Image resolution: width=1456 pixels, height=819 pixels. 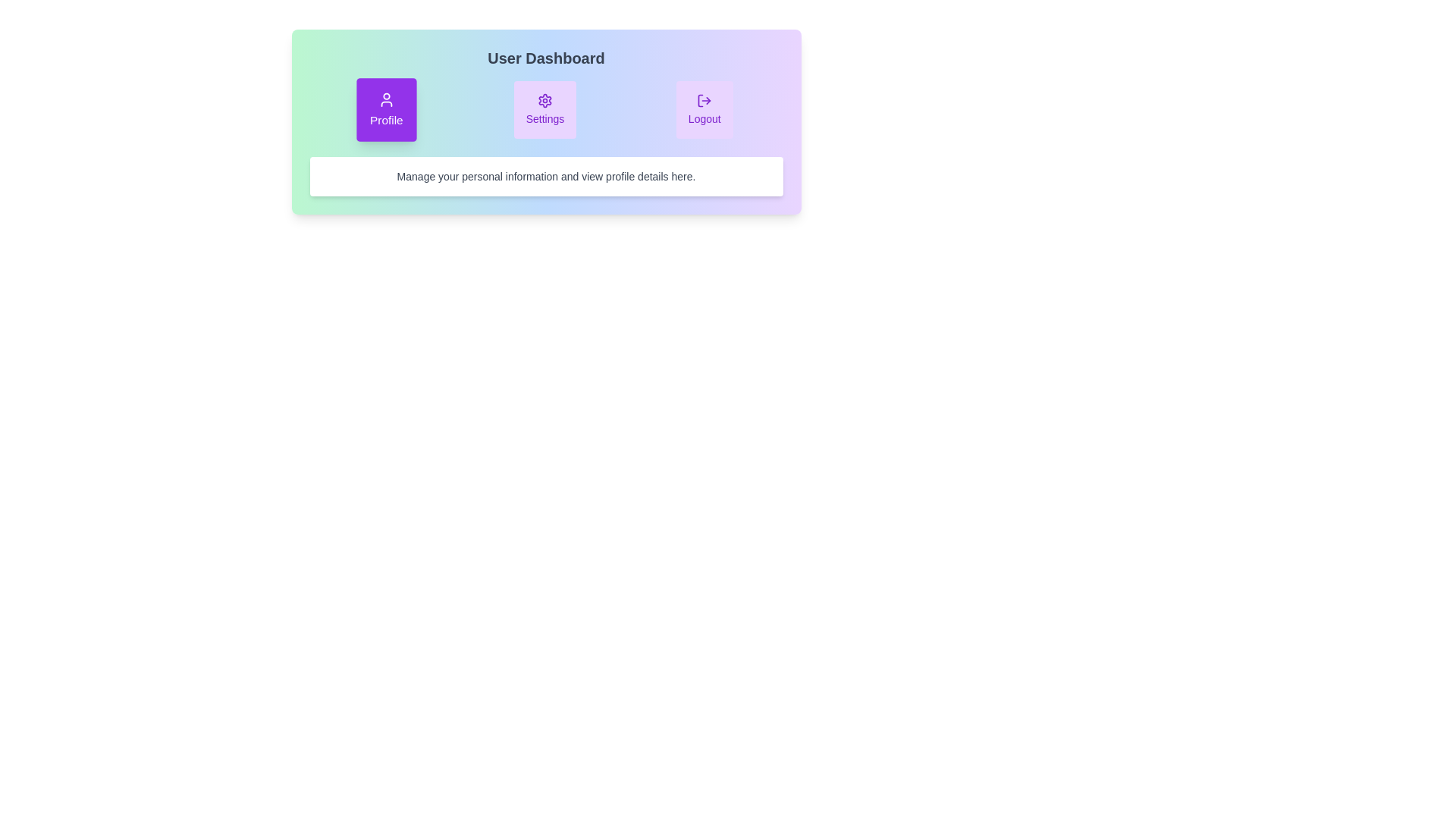 What do you see at coordinates (386, 109) in the screenshot?
I see `the Profile tab by clicking on it` at bounding box center [386, 109].